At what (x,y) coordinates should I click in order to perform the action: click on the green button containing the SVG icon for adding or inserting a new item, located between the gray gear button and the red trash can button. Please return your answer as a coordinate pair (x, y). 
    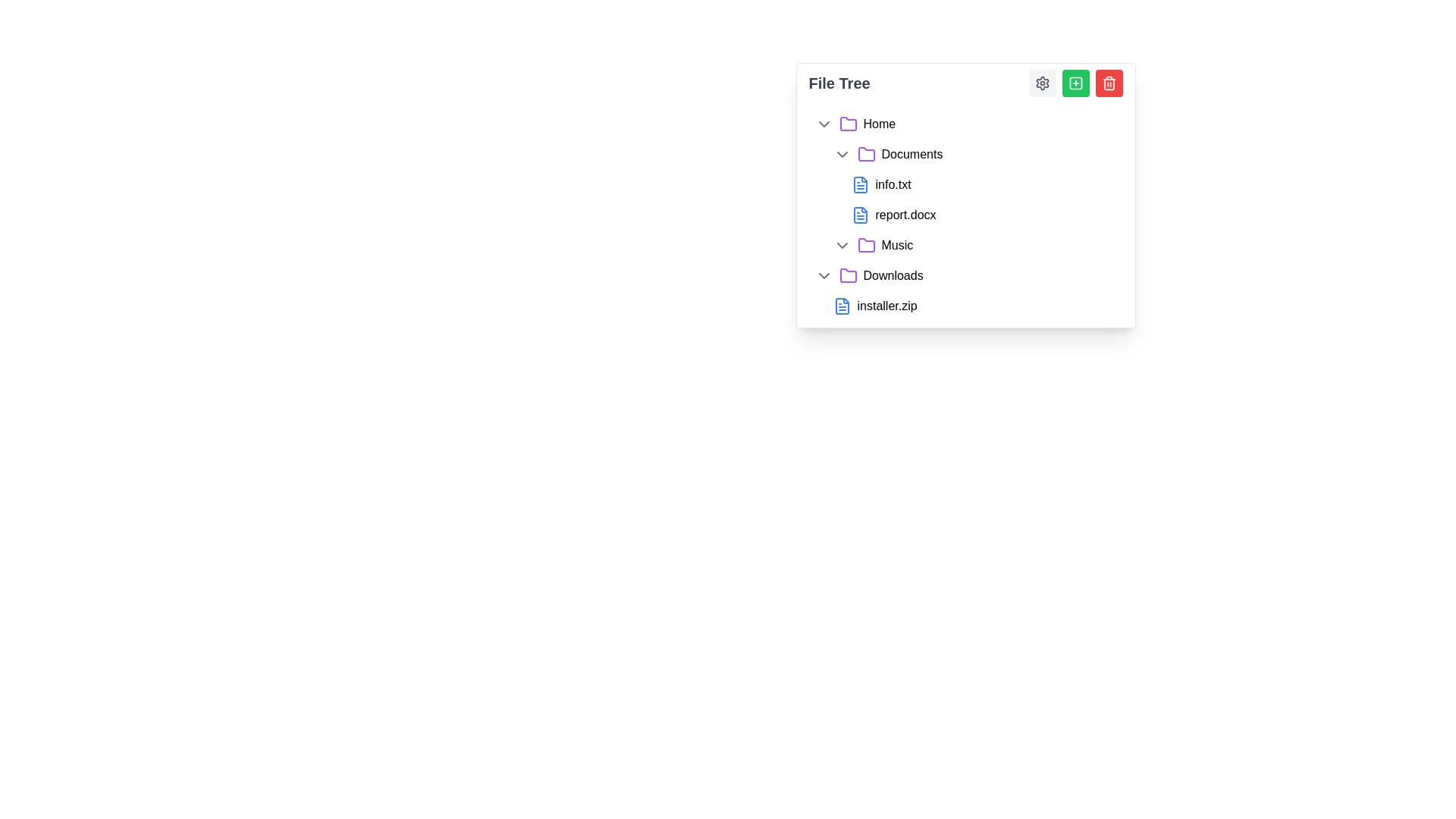
    Looking at the image, I should click on (1075, 83).